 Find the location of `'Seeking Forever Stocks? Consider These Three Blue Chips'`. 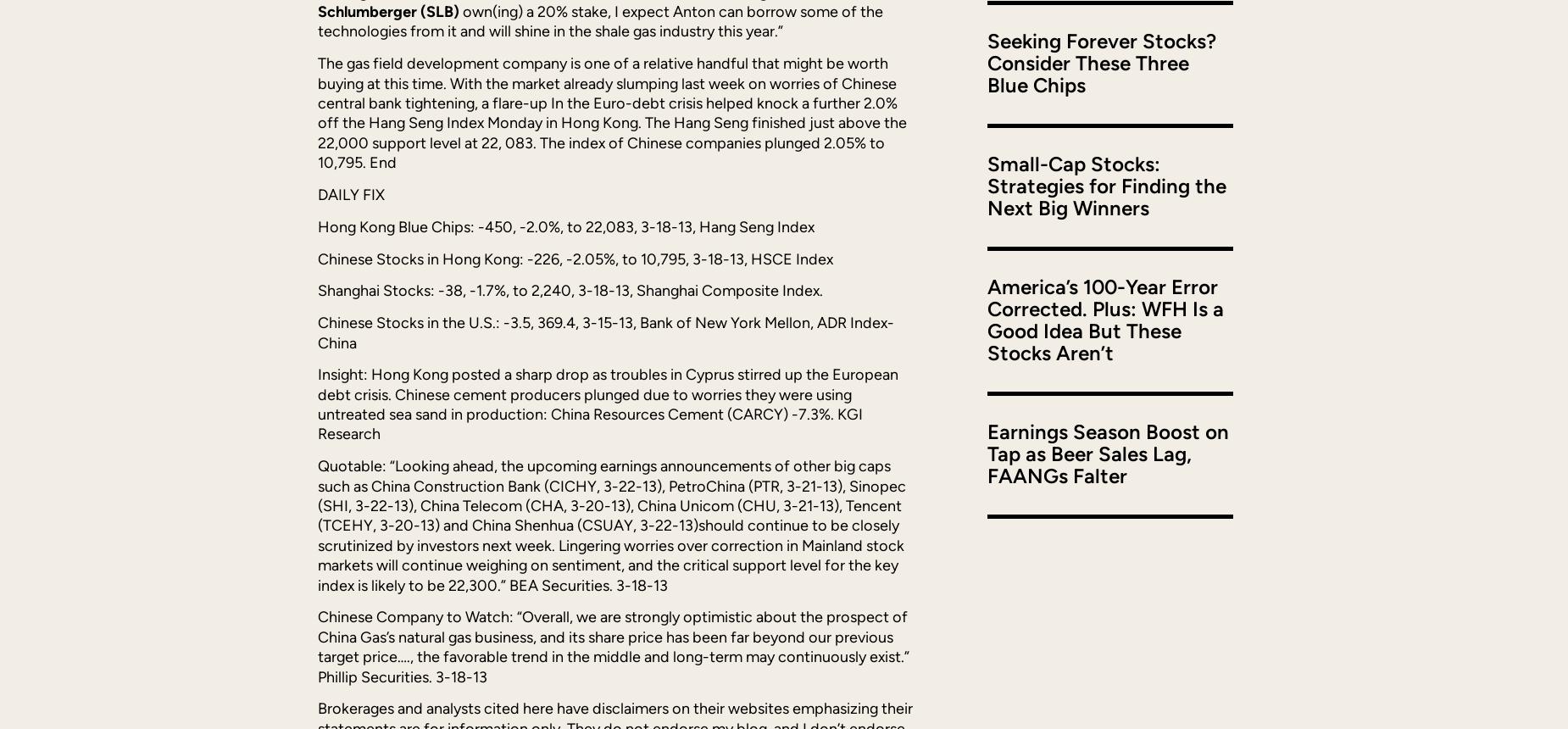

'Seeking Forever Stocks? Consider These Three Blue Chips' is located at coordinates (1100, 61).